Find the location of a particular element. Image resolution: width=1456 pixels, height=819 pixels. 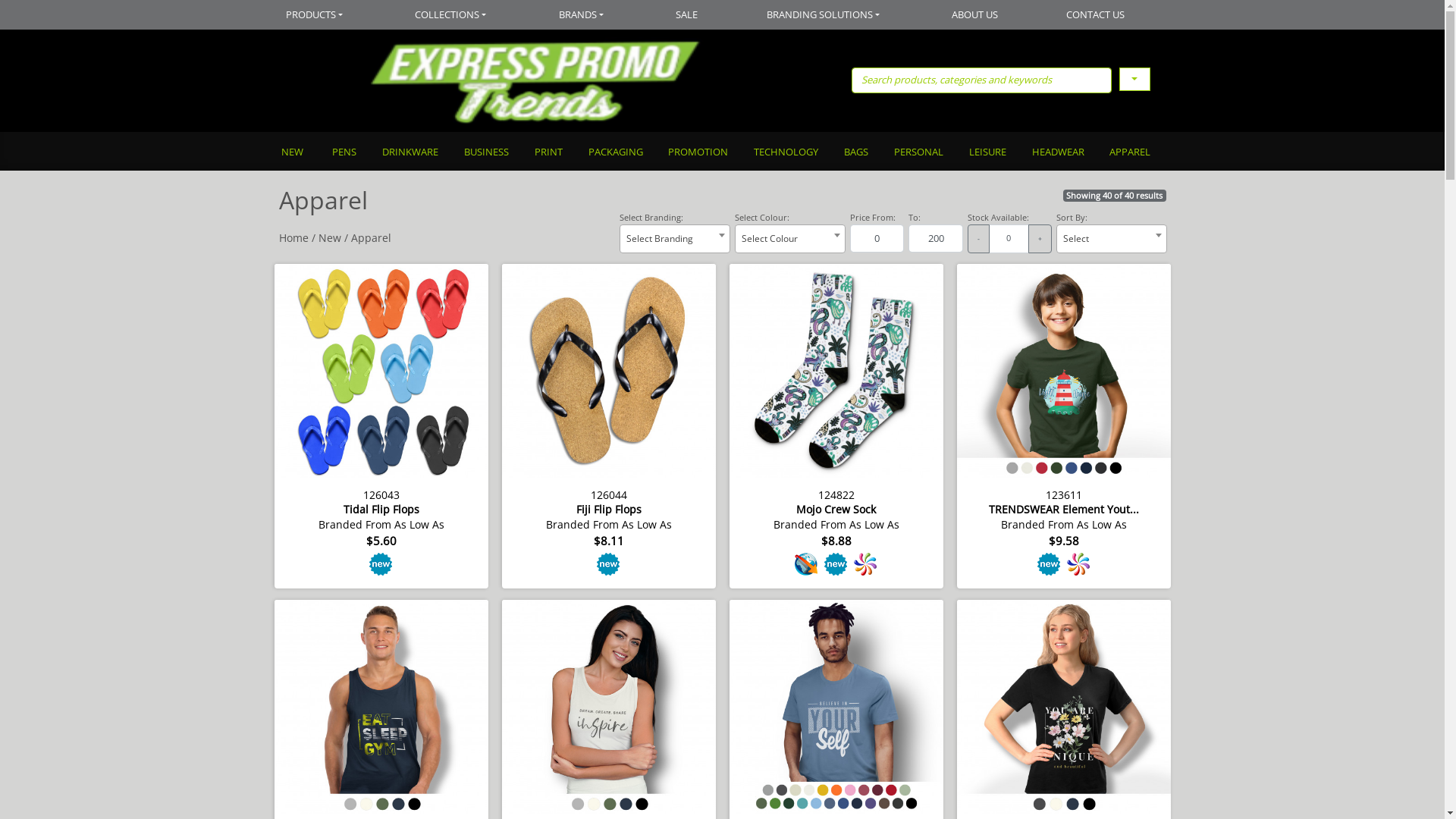

'TECHNOLOGY' is located at coordinates (785, 152).